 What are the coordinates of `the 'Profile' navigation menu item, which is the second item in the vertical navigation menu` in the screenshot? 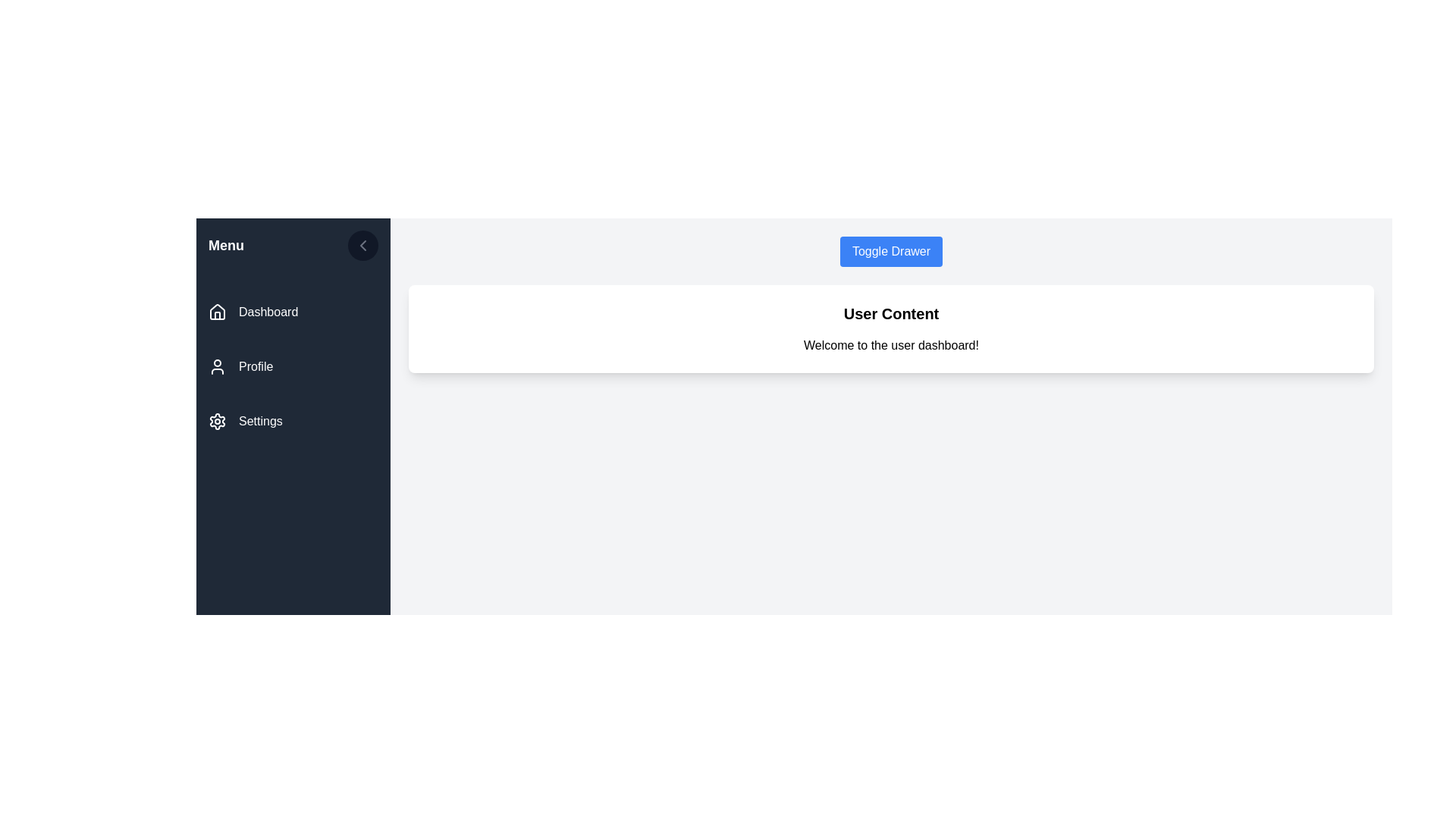 It's located at (293, 366).